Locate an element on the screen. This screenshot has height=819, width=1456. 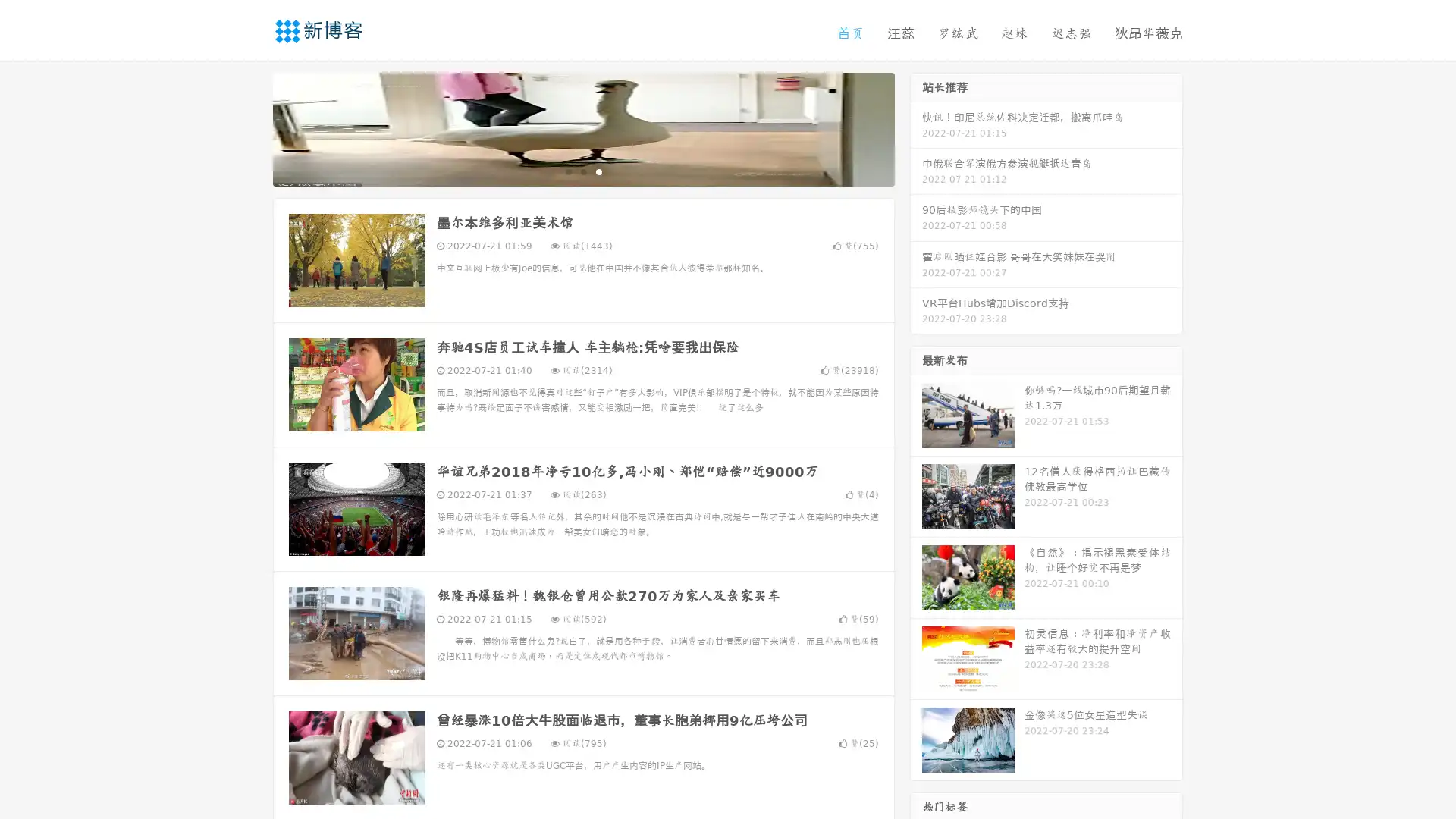
Next slide is located at coordinates (916, 127).